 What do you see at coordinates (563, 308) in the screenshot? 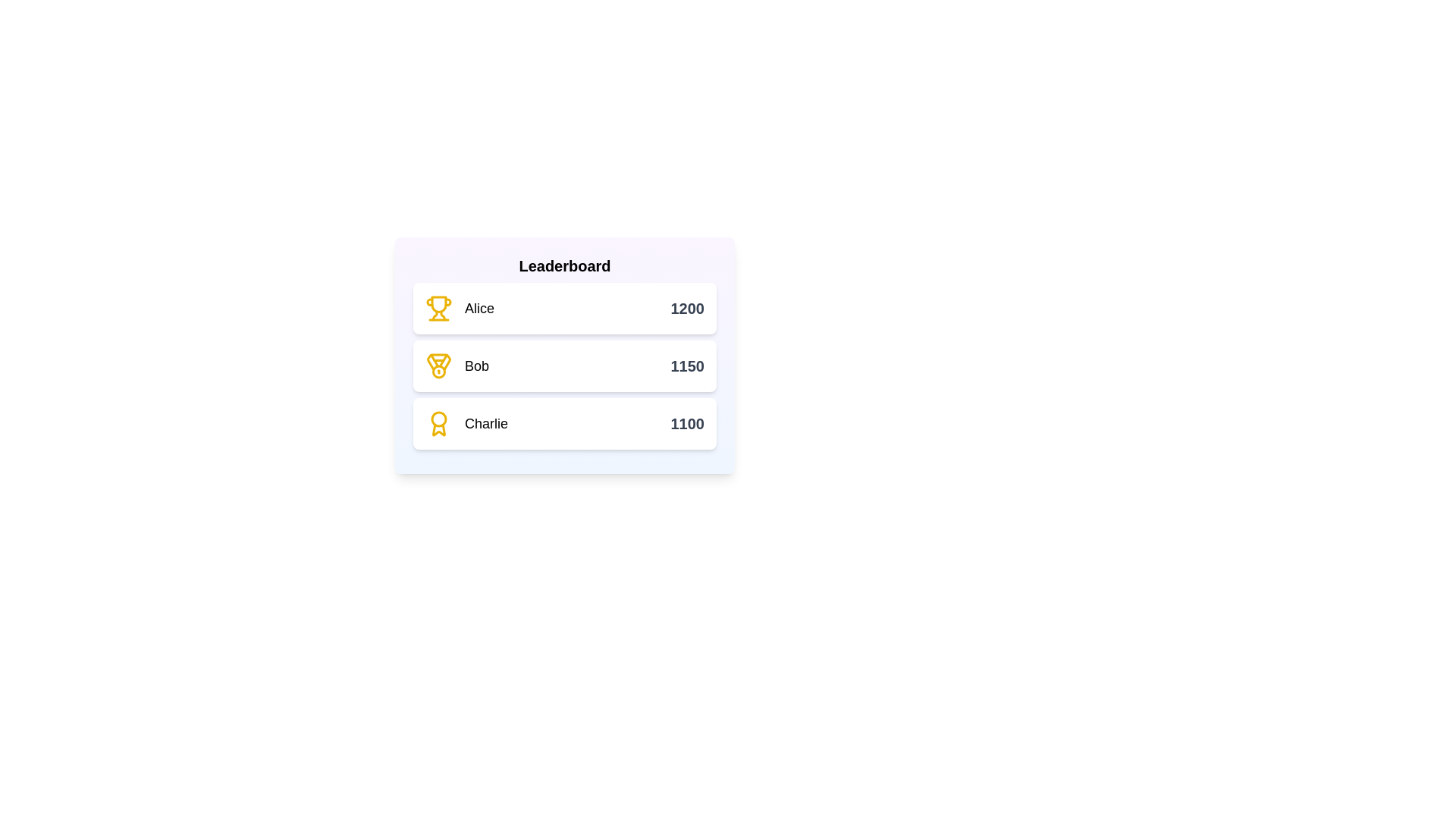
I see `the leaderboard item corresponding to Alice to observe the hover effect` at bounding box center [563, 308].